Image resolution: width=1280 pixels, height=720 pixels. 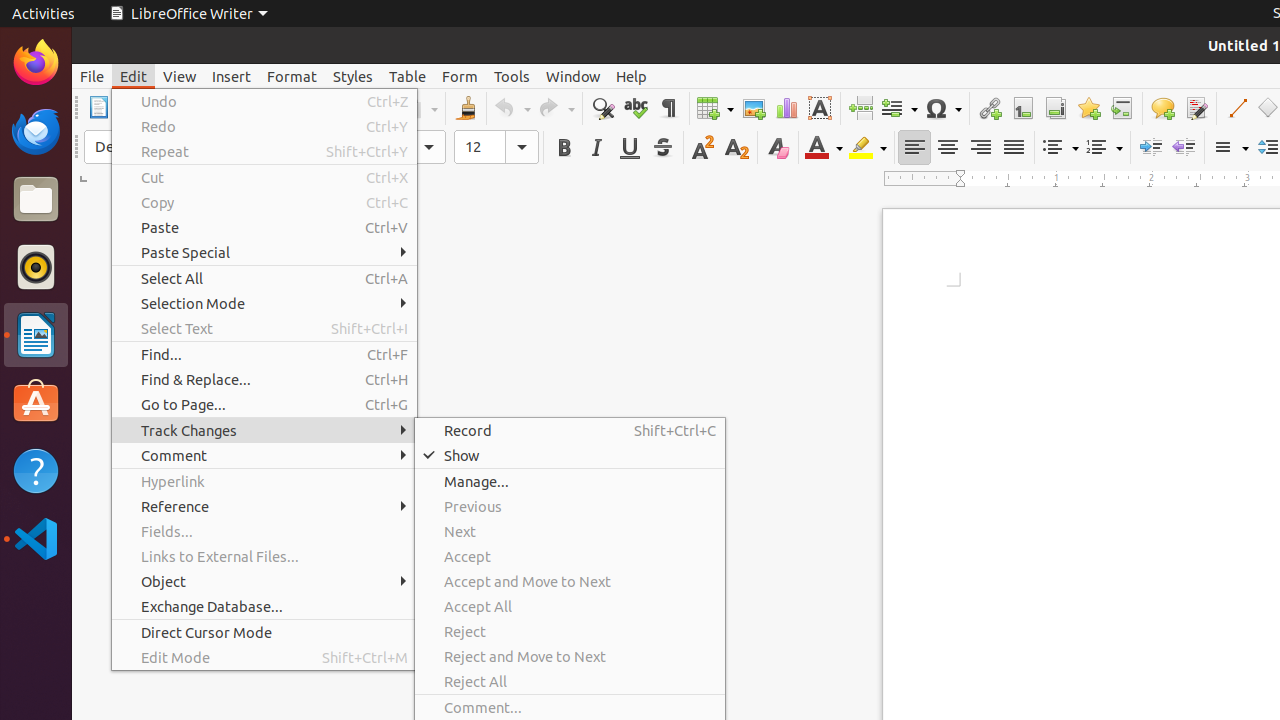 What do you see at coordinates (263, 101) in the screenshot?
I see `'Undo'` at bounding box center [263, 101].